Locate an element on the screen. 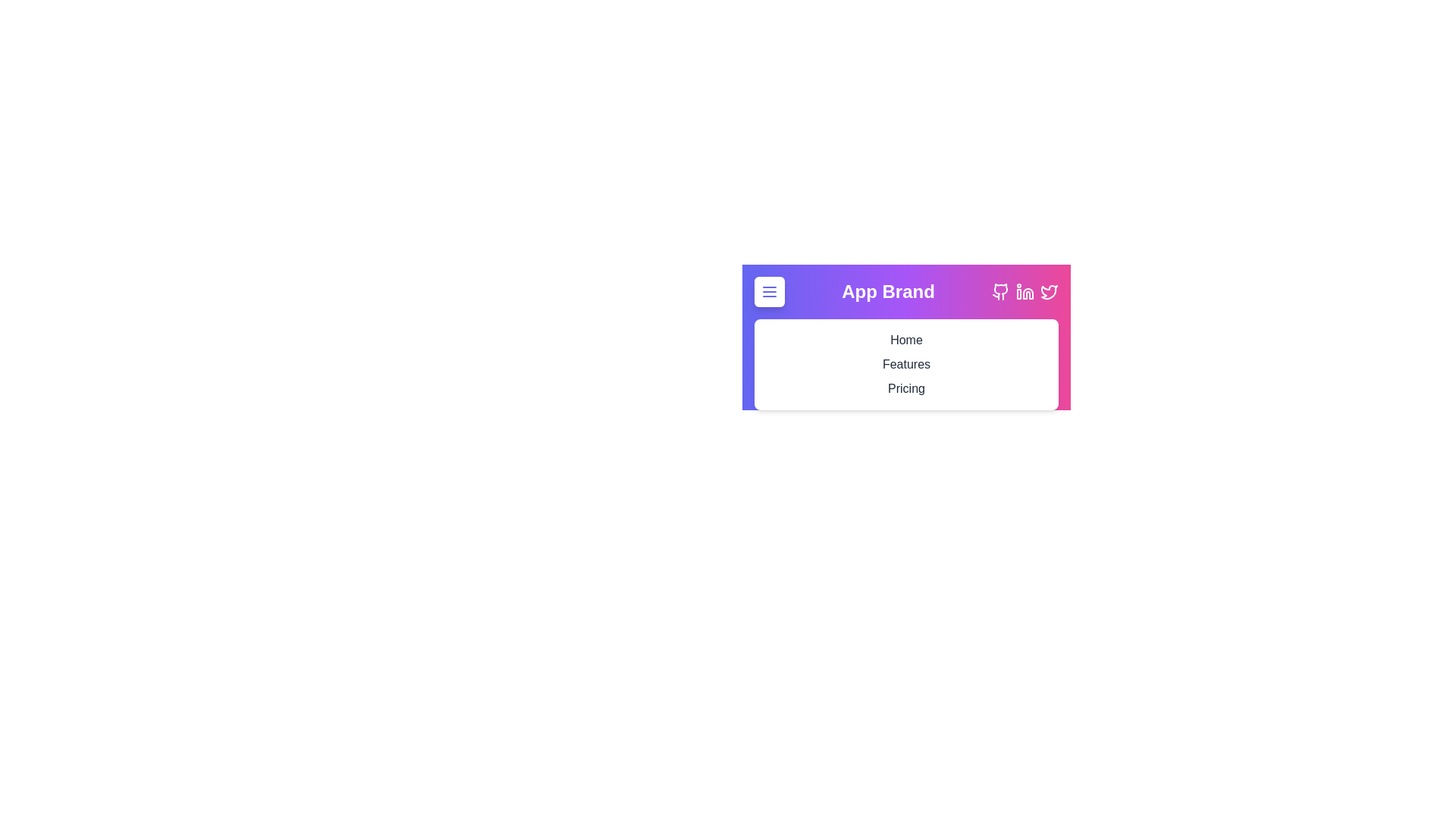 The height and width of the screenshot is (819, 1456). the 'Features' navigation link is located at coordinates (906, 365).